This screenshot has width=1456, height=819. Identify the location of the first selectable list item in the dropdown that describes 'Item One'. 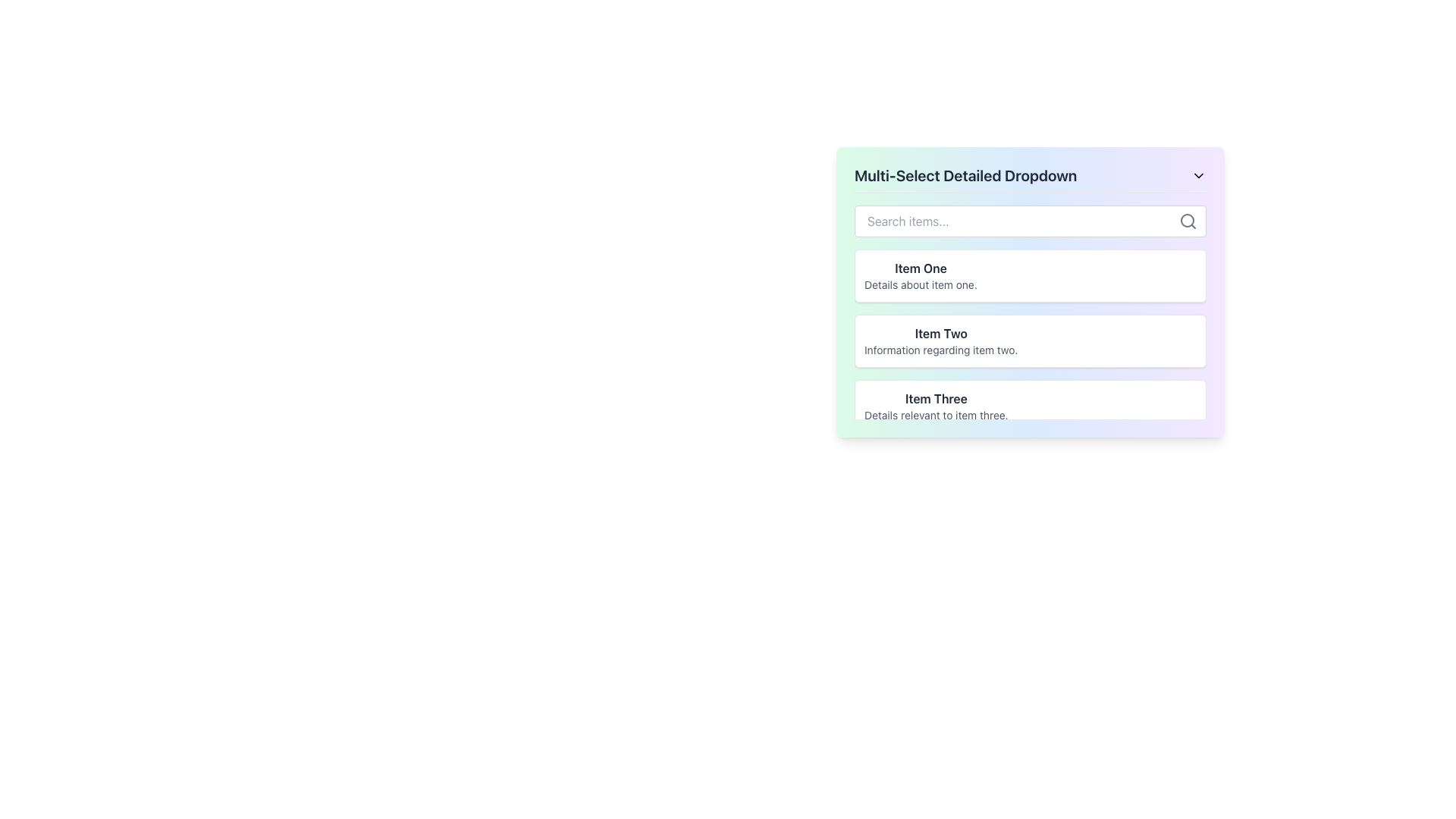
(1030, 275).